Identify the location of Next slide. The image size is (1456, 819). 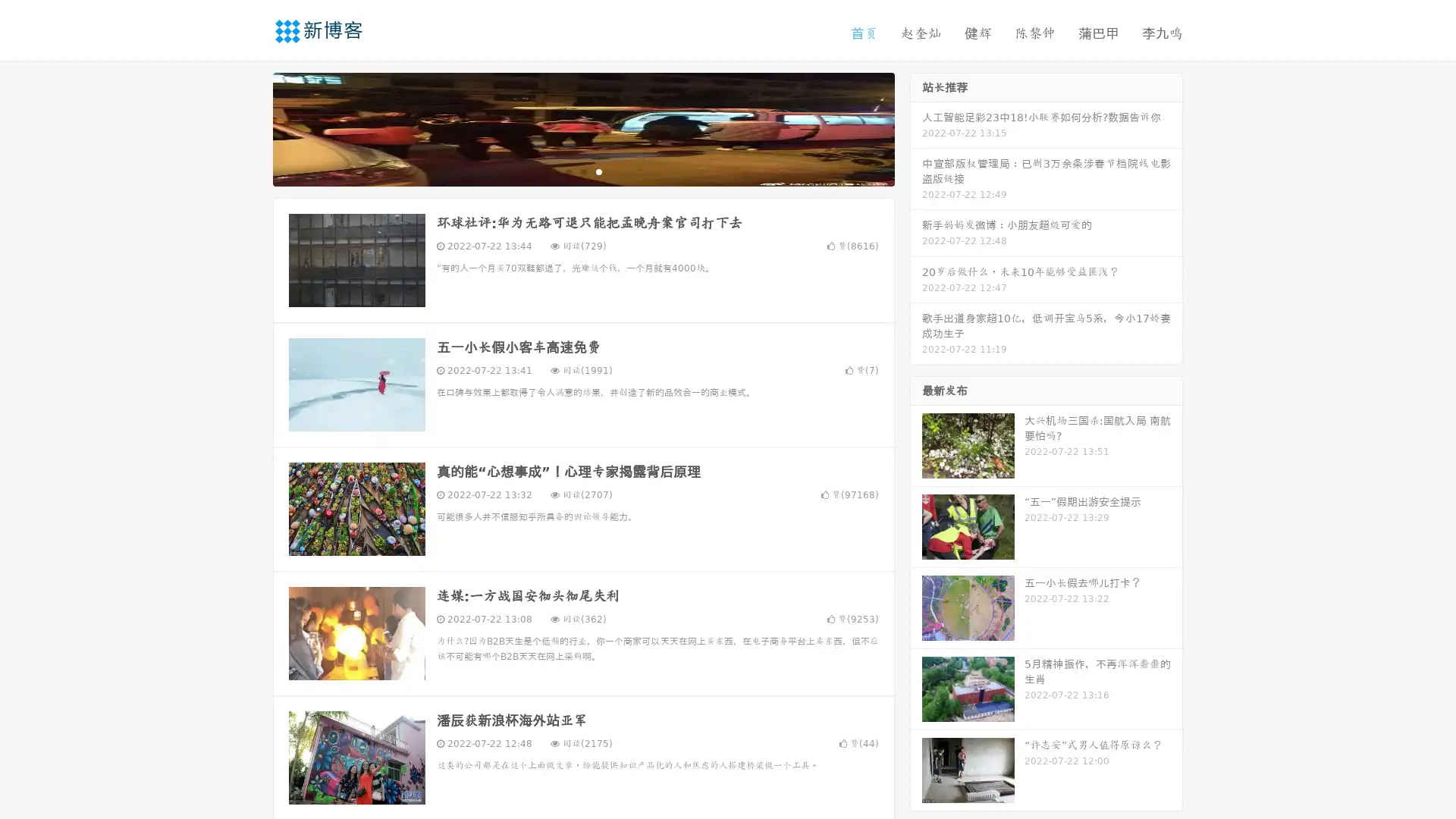
(916, 127).